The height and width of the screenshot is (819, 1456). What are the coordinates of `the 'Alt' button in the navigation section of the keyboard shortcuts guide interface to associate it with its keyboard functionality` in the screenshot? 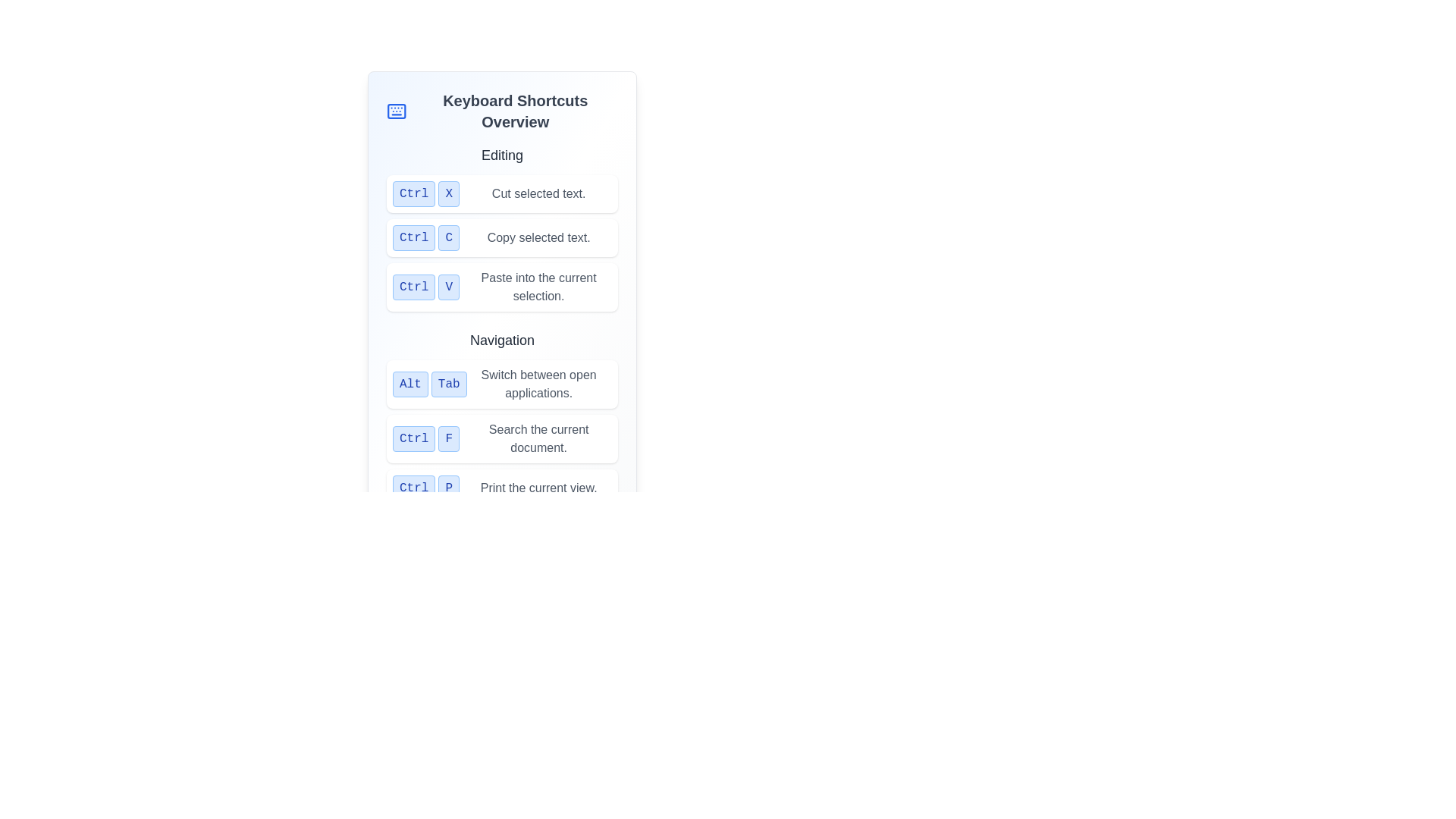 It's located at (410, 383).